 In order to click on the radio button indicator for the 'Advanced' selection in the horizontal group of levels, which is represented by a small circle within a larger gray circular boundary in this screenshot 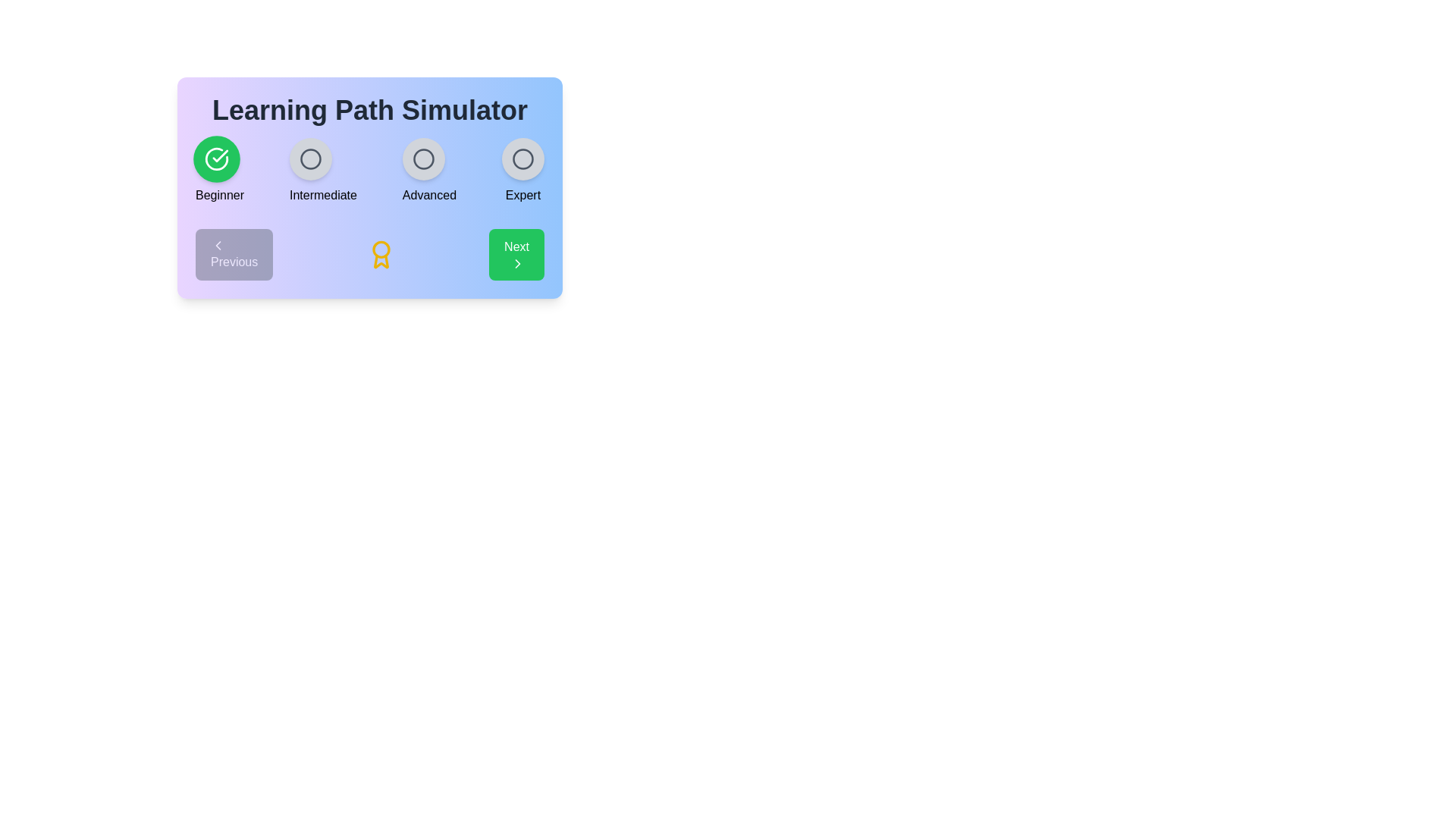, I will do `click(423, 158)`.